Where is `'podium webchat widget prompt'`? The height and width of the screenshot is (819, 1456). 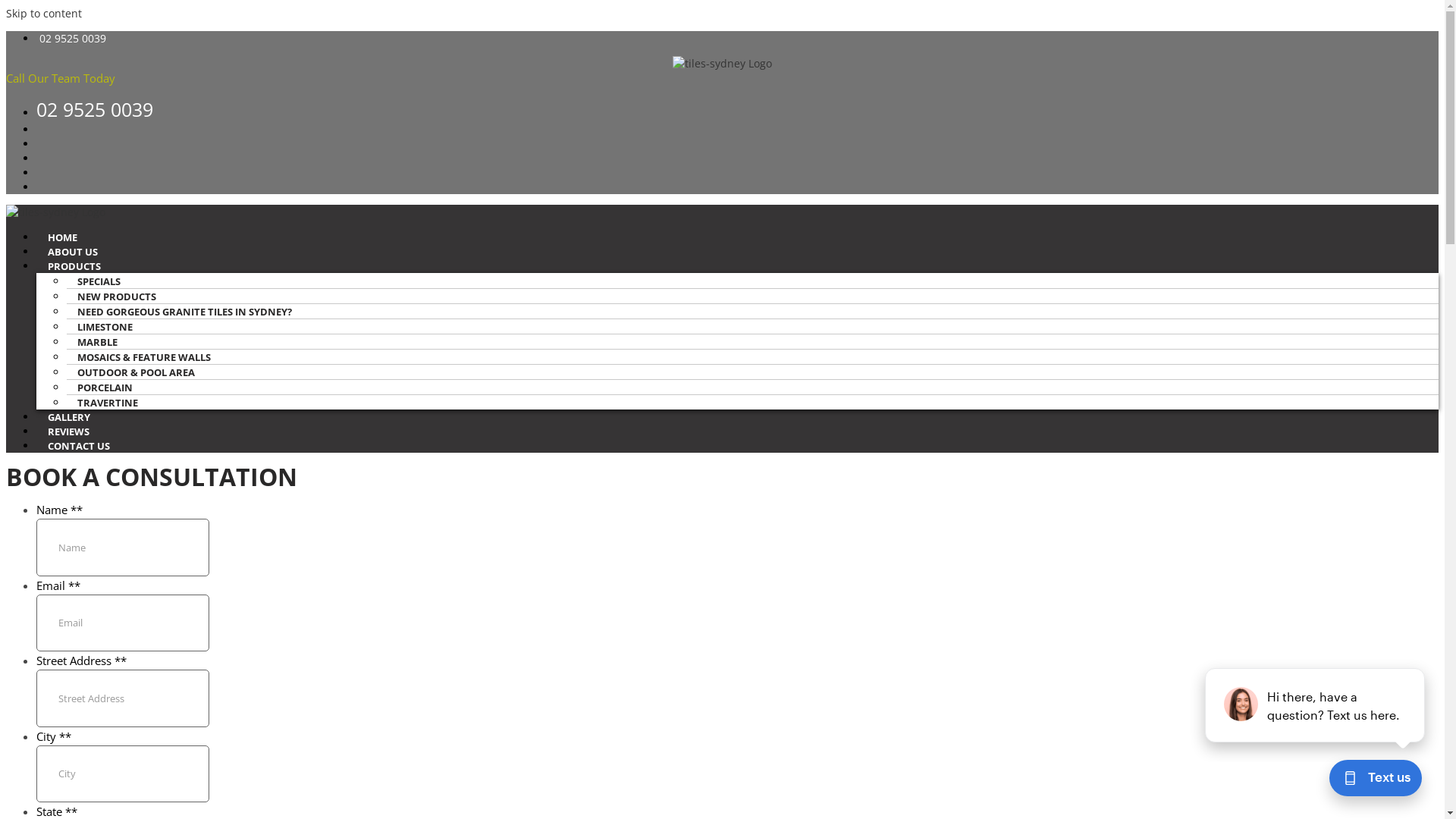 'podium webchat widget prompt' is located at coordinates (1314, 704).